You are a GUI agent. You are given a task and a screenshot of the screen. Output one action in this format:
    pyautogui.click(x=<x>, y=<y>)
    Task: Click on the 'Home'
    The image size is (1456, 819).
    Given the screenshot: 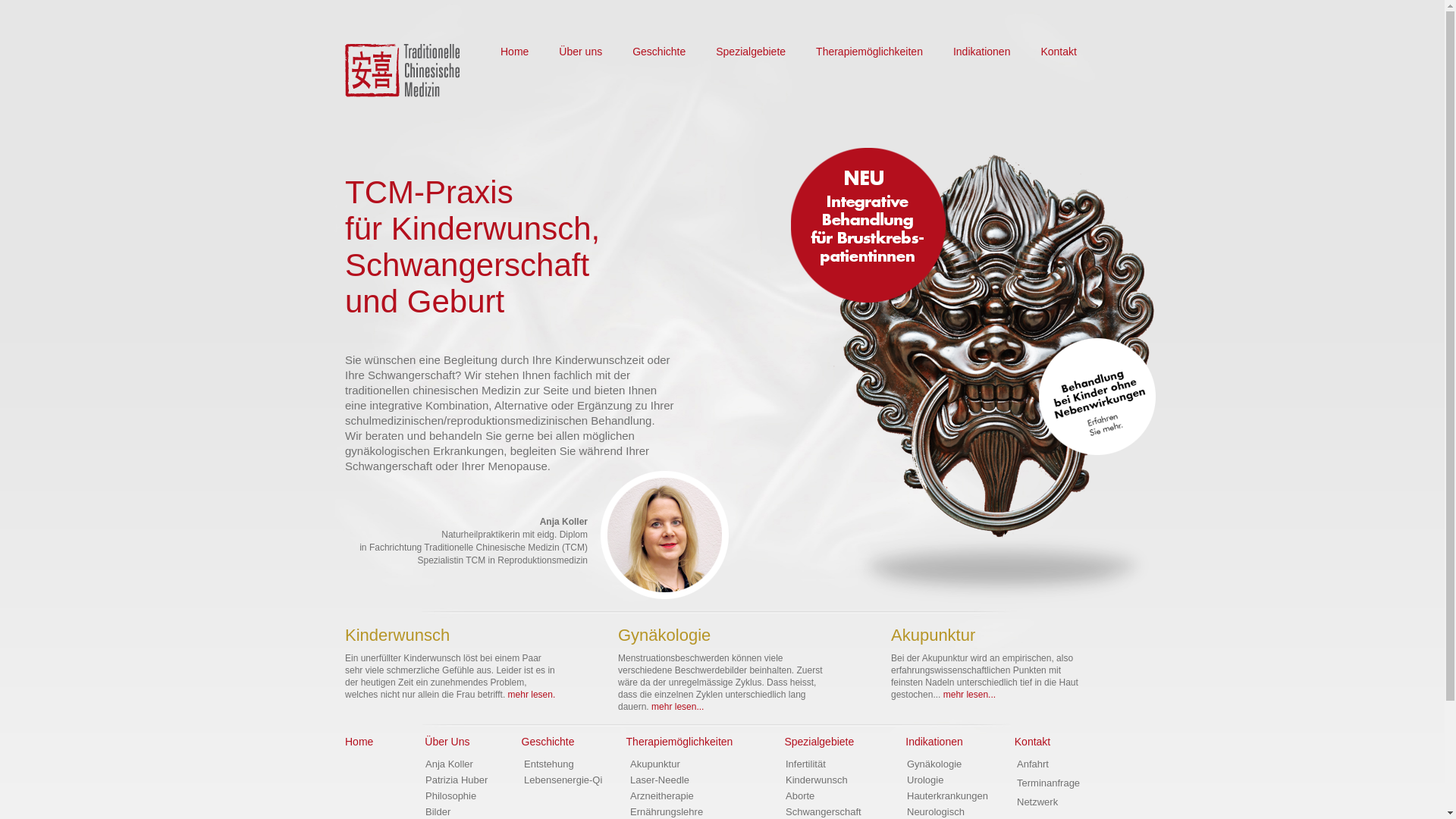 What is the action you would take?
    pyautogui.click(x=344, y=741)
    